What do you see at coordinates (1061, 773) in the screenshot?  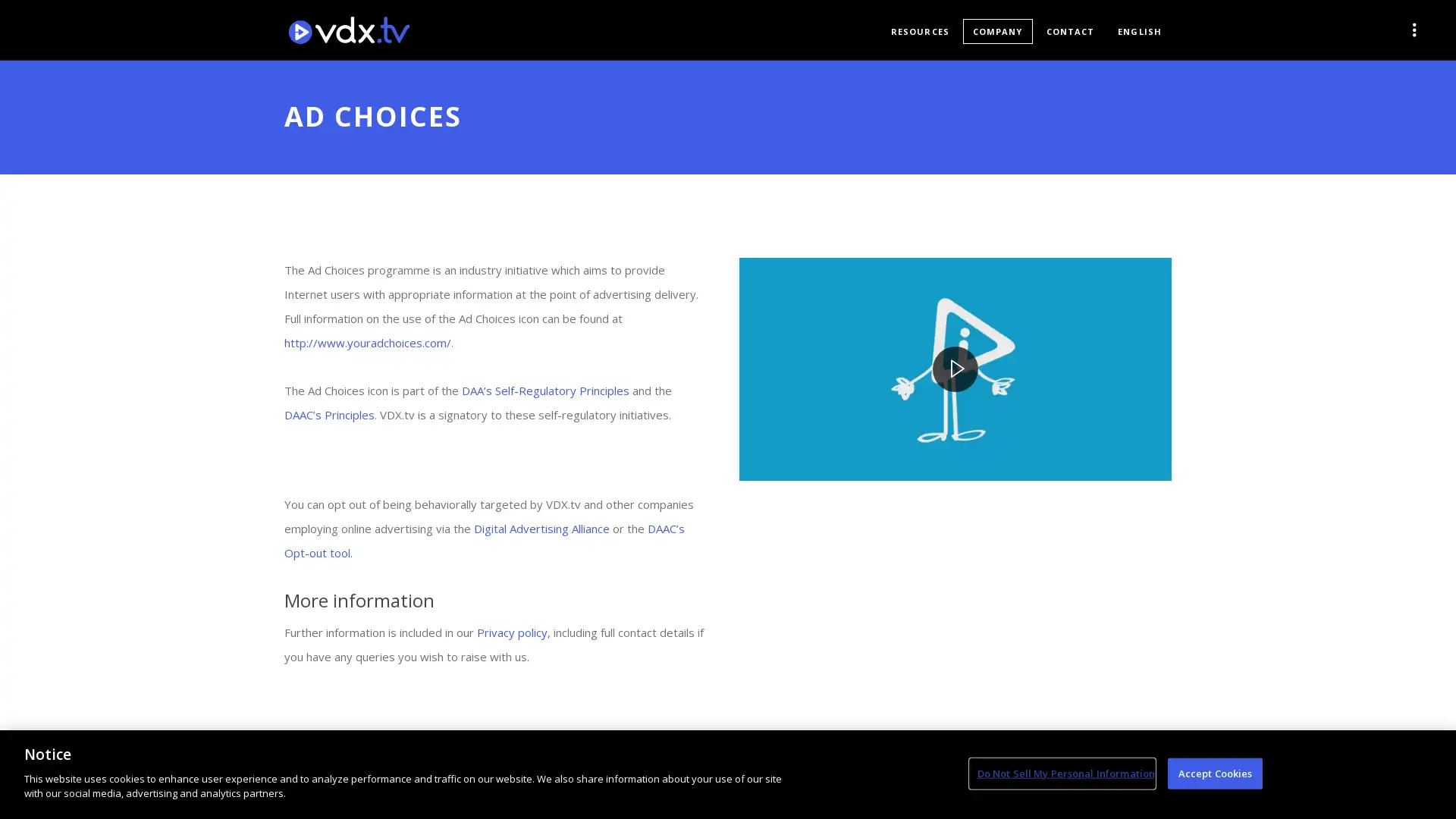 I see `Do Not Sell My Personal Information` at bounding box center [1061, 773].